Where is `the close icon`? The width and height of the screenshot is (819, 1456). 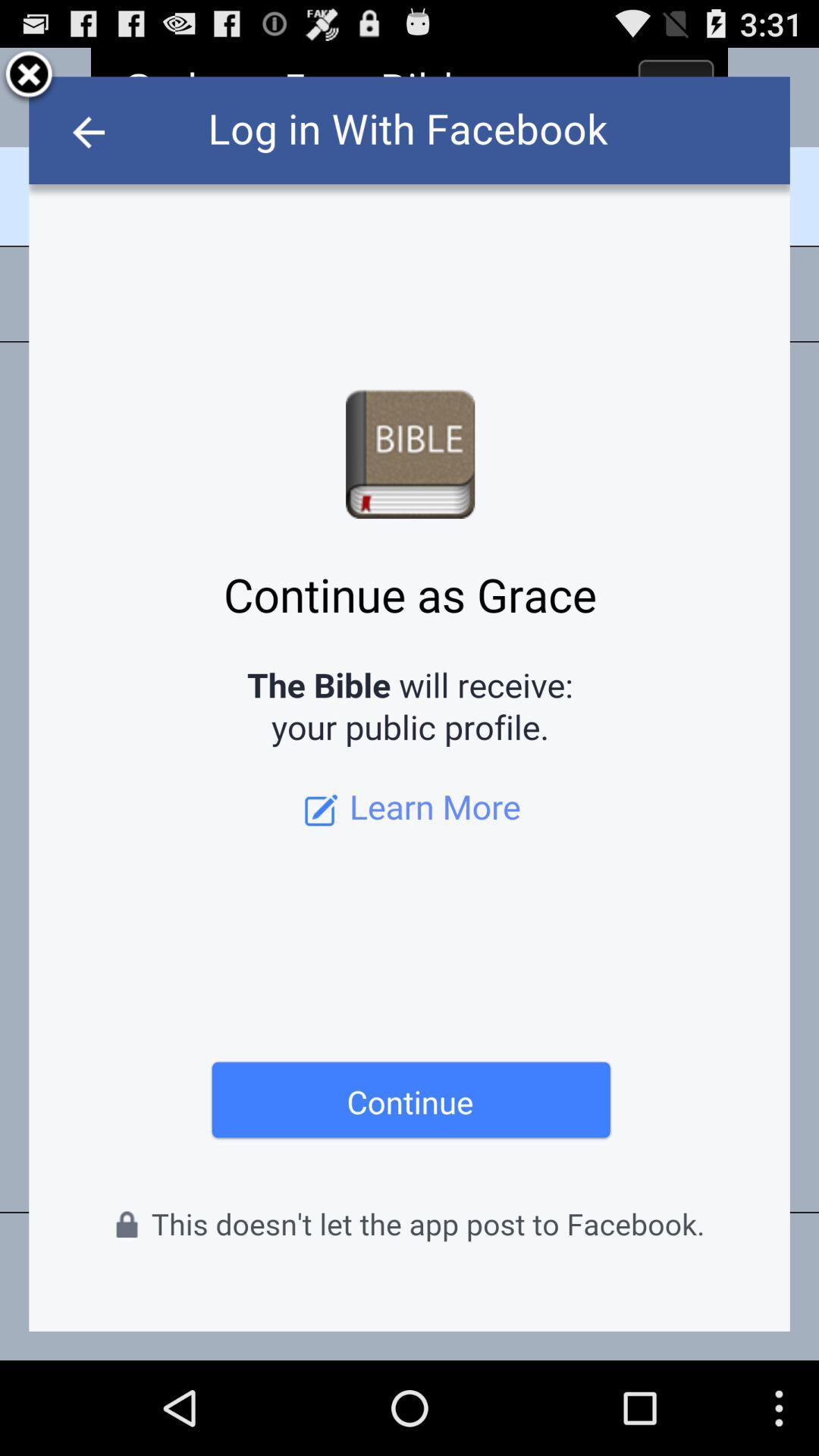
the close icon is located at coordinates (29, 81).